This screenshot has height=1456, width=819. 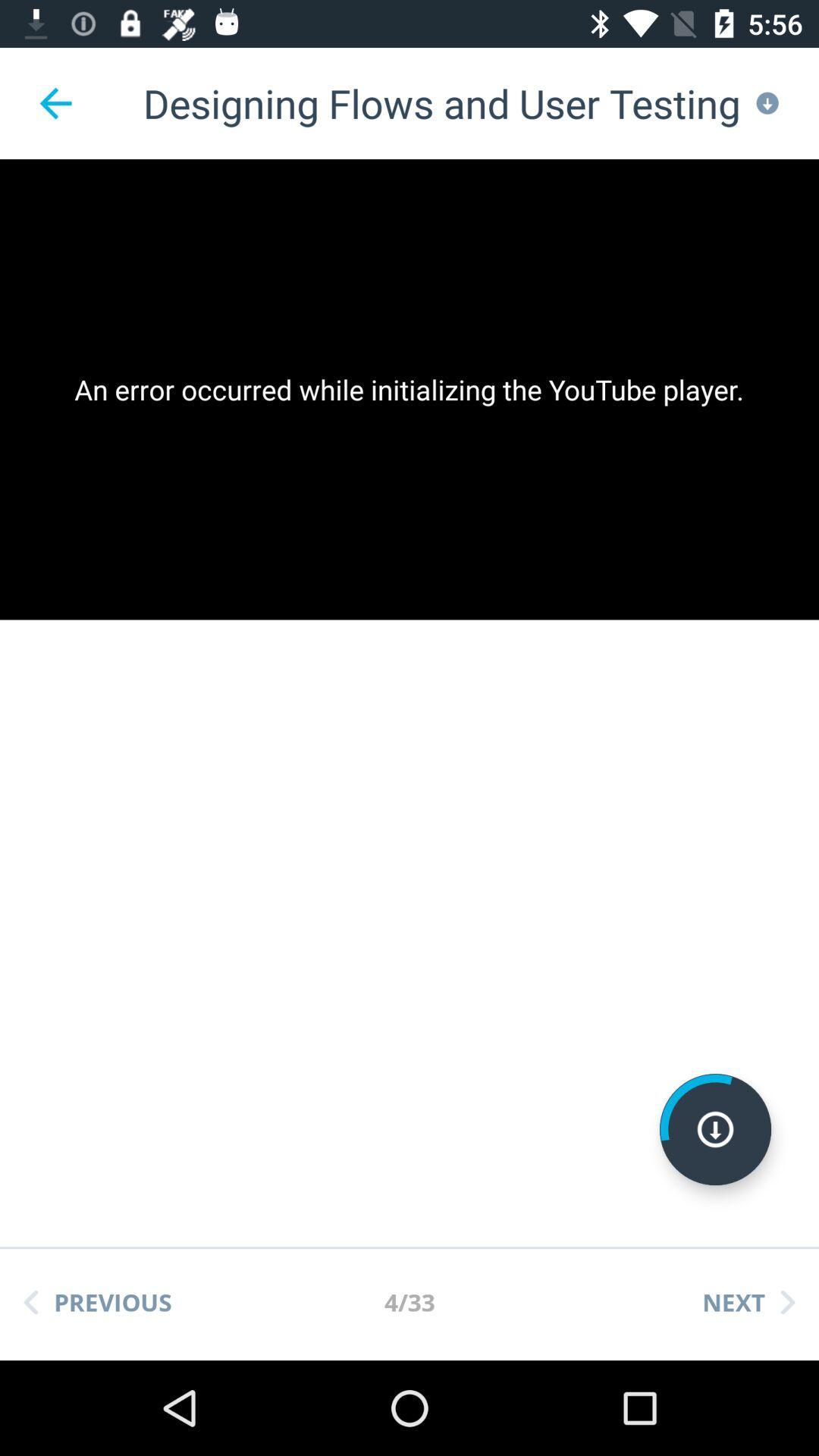 What do you see at coordinates (748, 1301) in the screenshot?
I see `next icon` at bounding box center [748, 1301].